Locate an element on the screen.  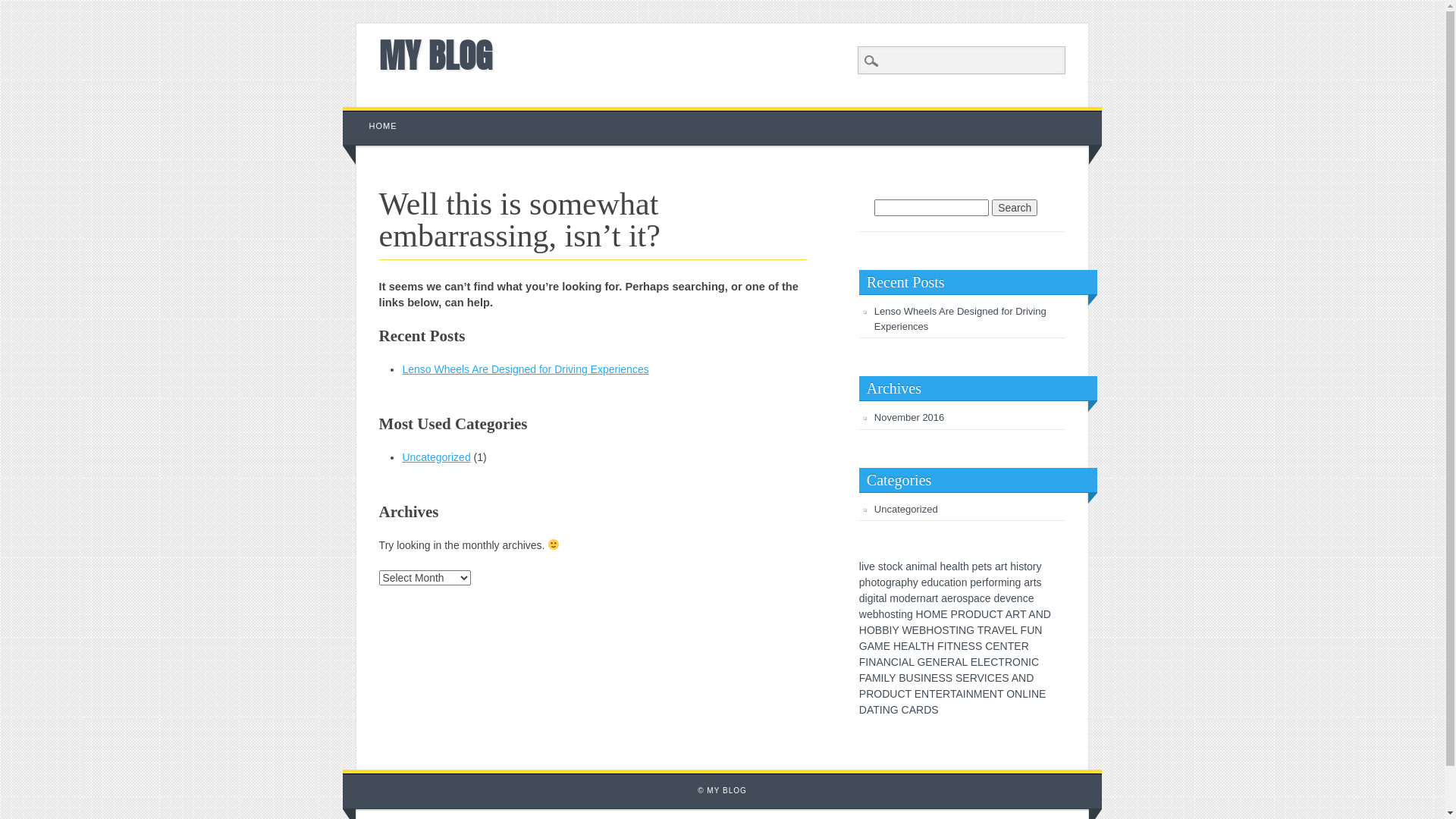
'g' is located at coordinates (870, 598).